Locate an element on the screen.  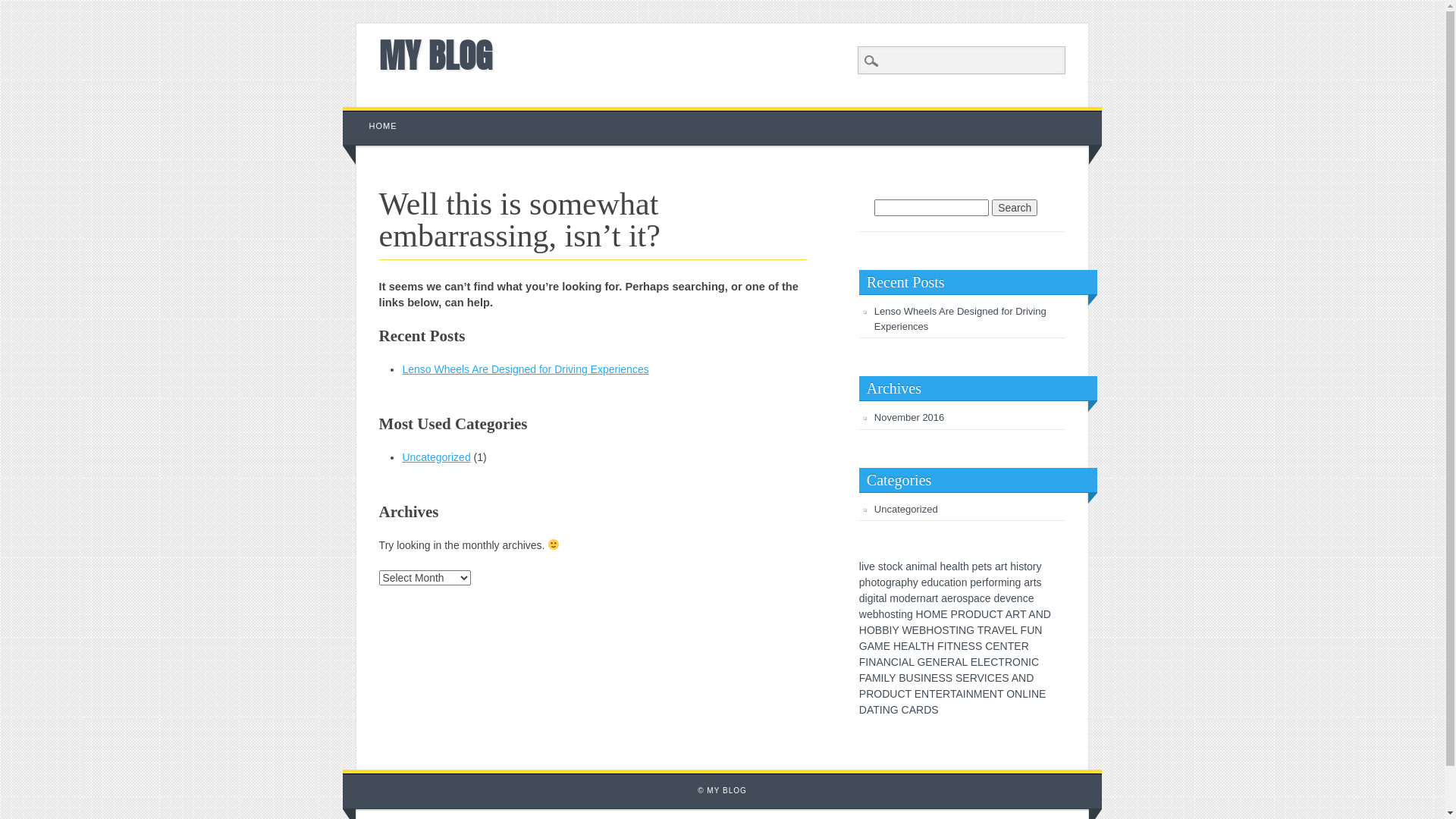
'g' is located at coordinates (870, 598).